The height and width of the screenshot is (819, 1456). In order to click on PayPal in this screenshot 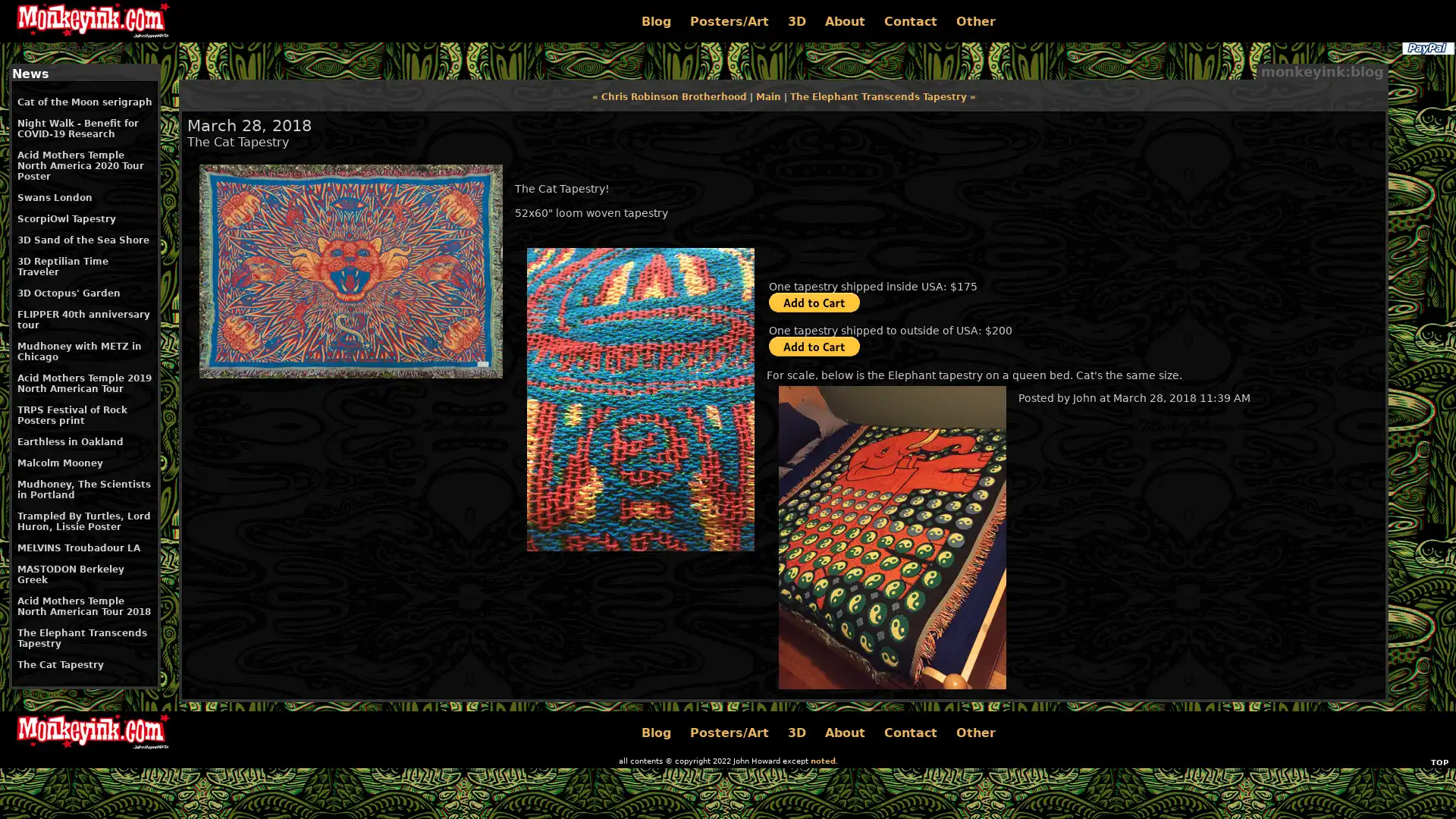, I will do `click(1426, 48)`.